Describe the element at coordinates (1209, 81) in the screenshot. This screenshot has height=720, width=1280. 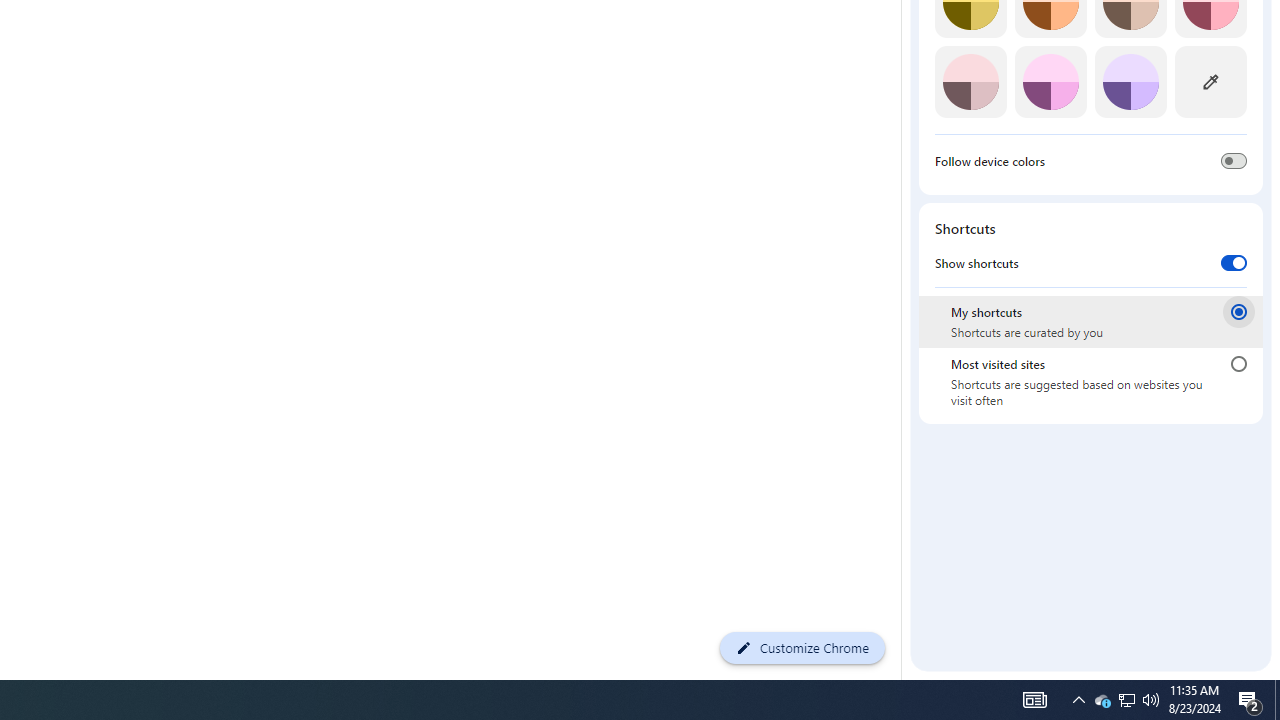
I see `'Custom color'` at that location.